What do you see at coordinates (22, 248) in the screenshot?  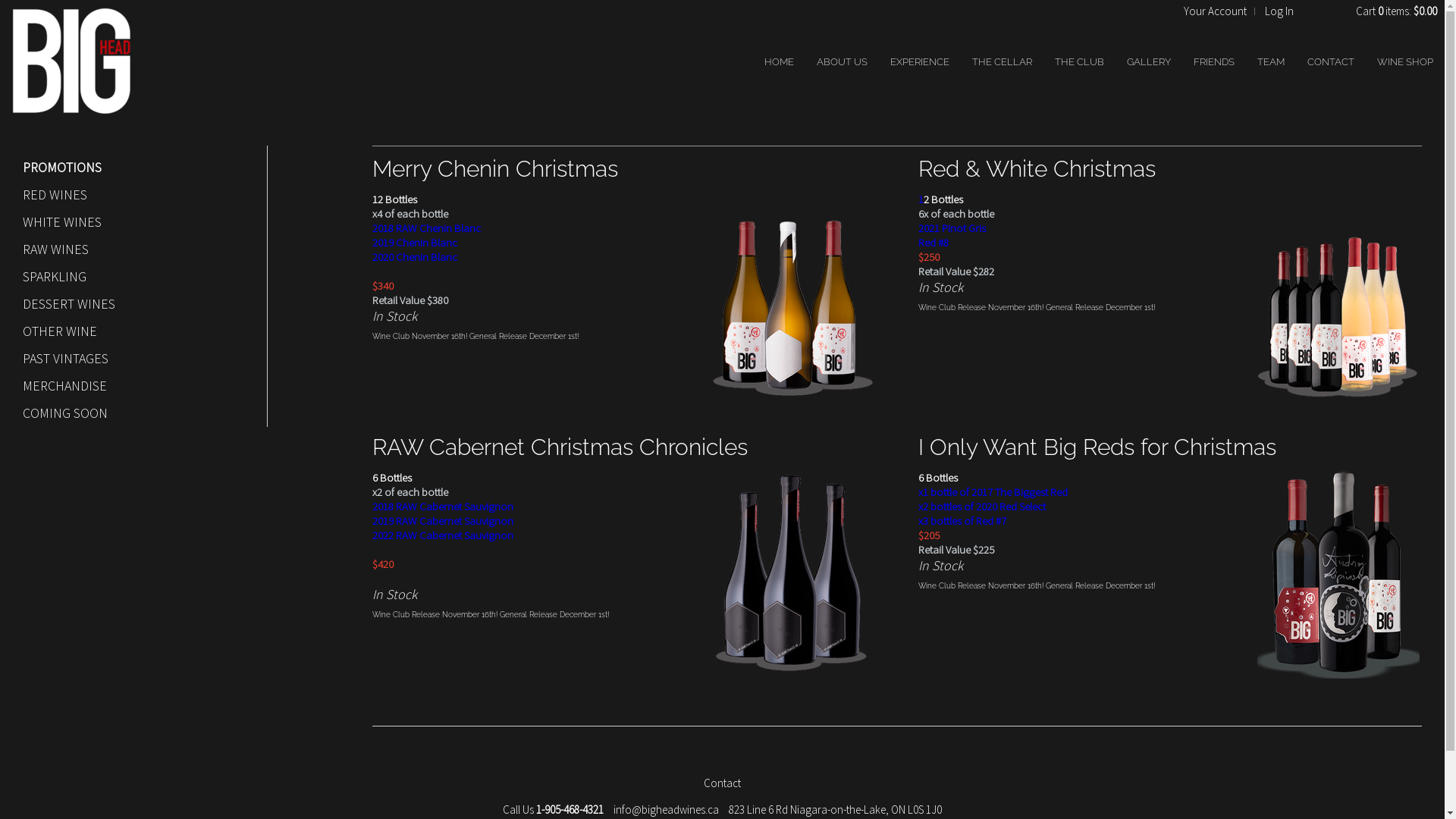 I see `'RAW WINES'` at bounding box center [22, 248].